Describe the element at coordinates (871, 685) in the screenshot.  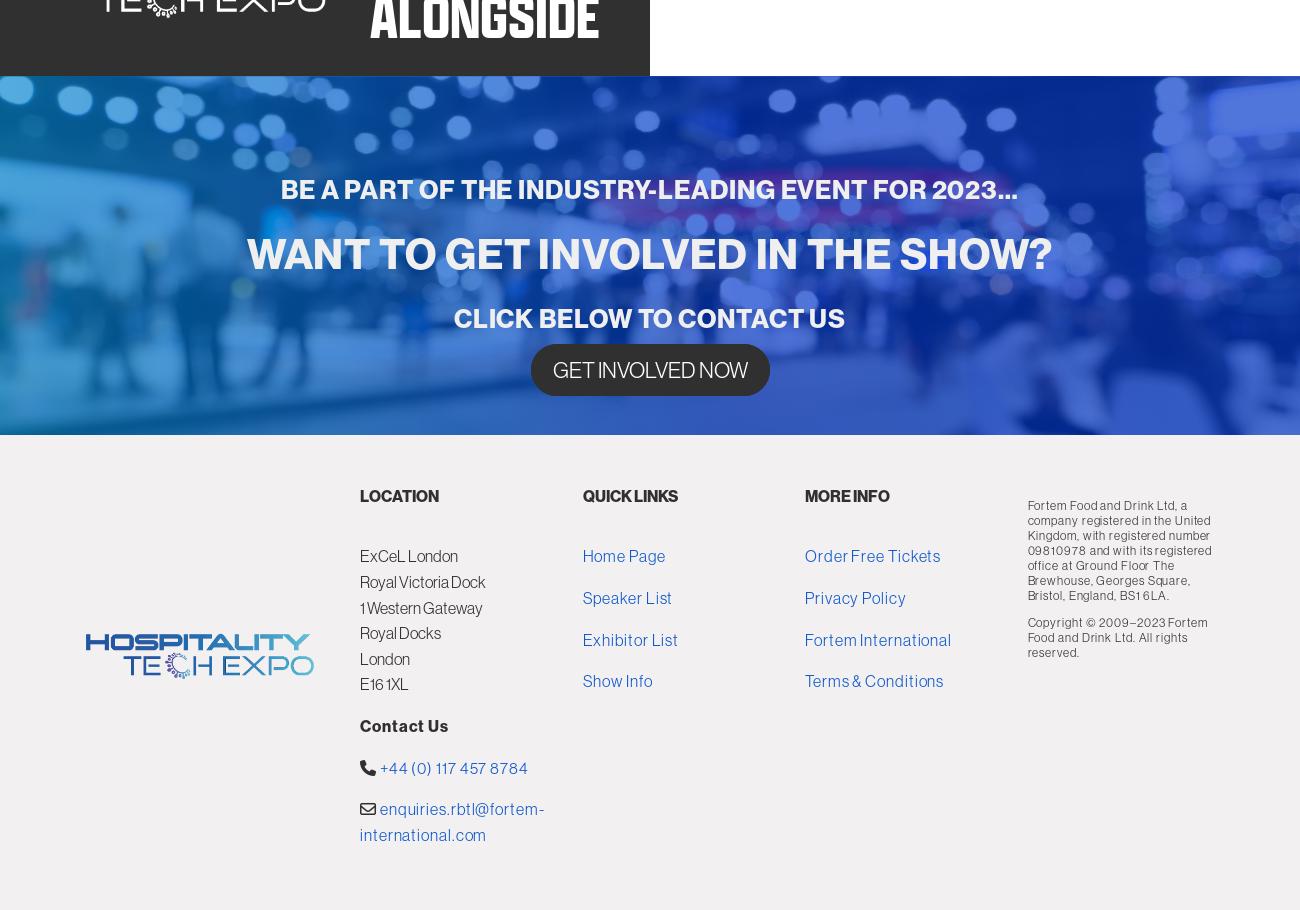
I see `'Order Free Tickets'` at that location.